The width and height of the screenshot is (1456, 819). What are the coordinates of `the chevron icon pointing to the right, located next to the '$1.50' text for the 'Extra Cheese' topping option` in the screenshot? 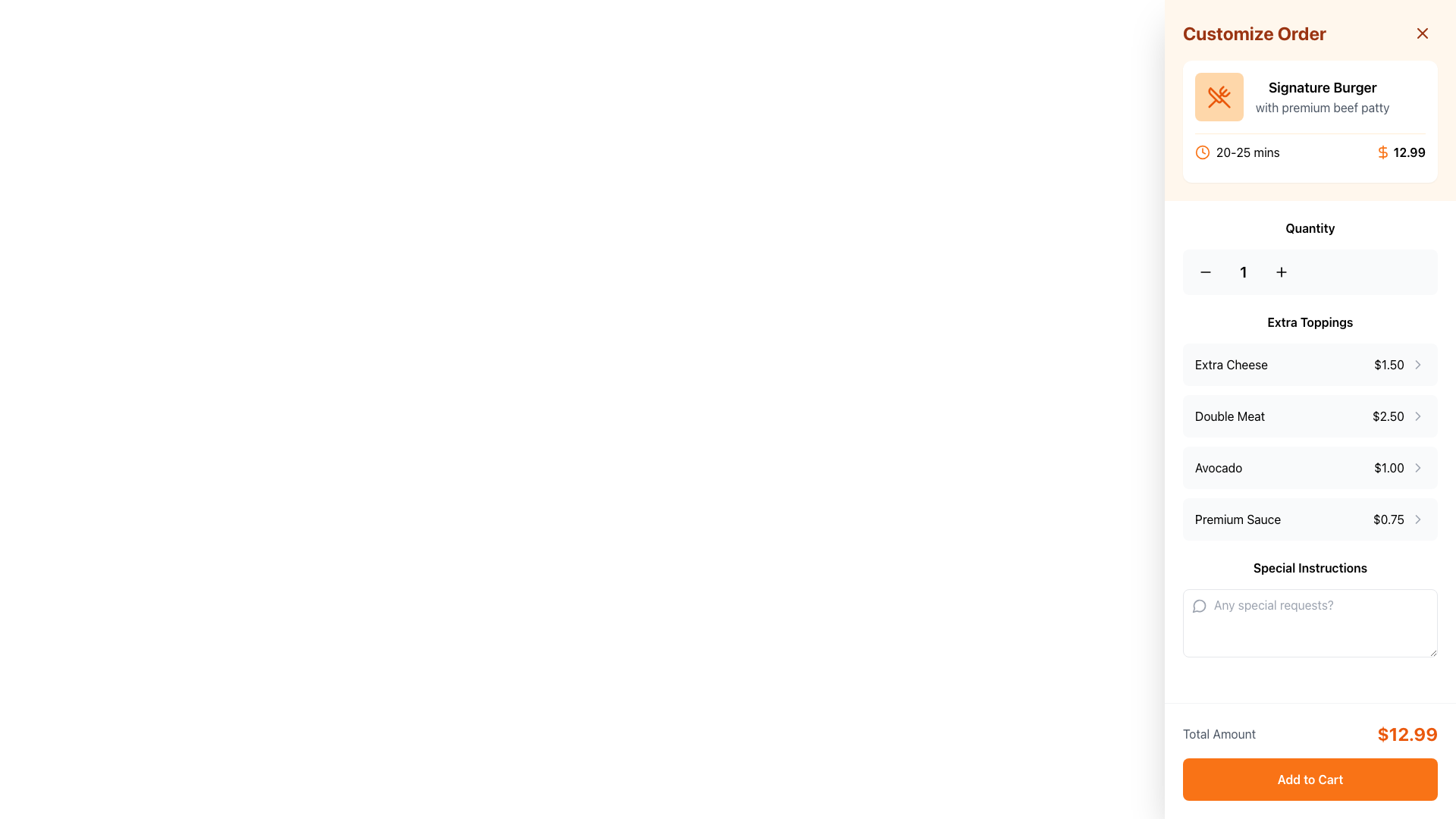 It's located at (1417, 365).